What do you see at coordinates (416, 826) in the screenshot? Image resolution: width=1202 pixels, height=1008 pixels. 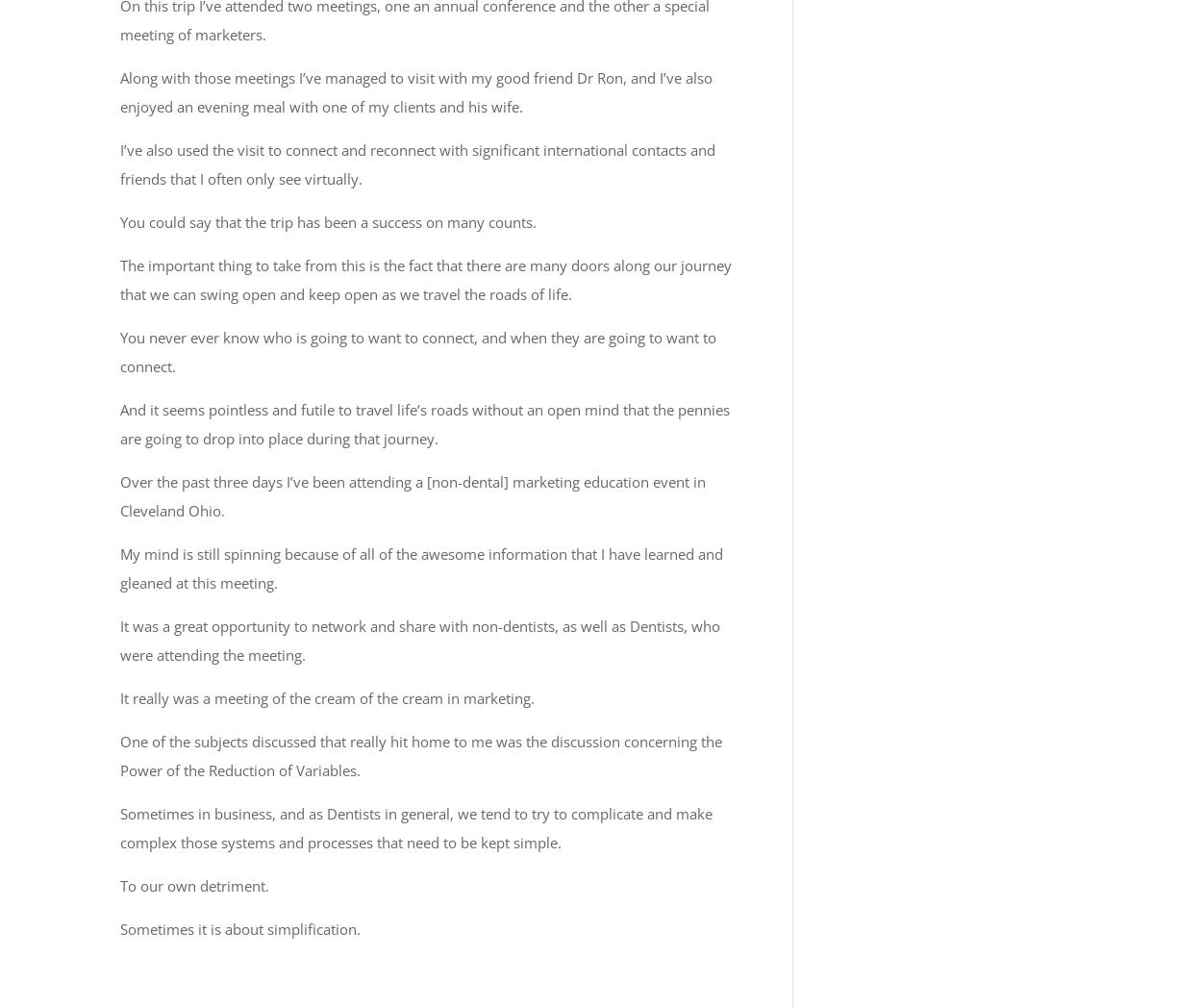 I see `'Sometimes in business, and as Dentists in general, we tend to try to complicate and make complex those systems and processes that need to be kept simple.'` at bounding box center [416, 826].